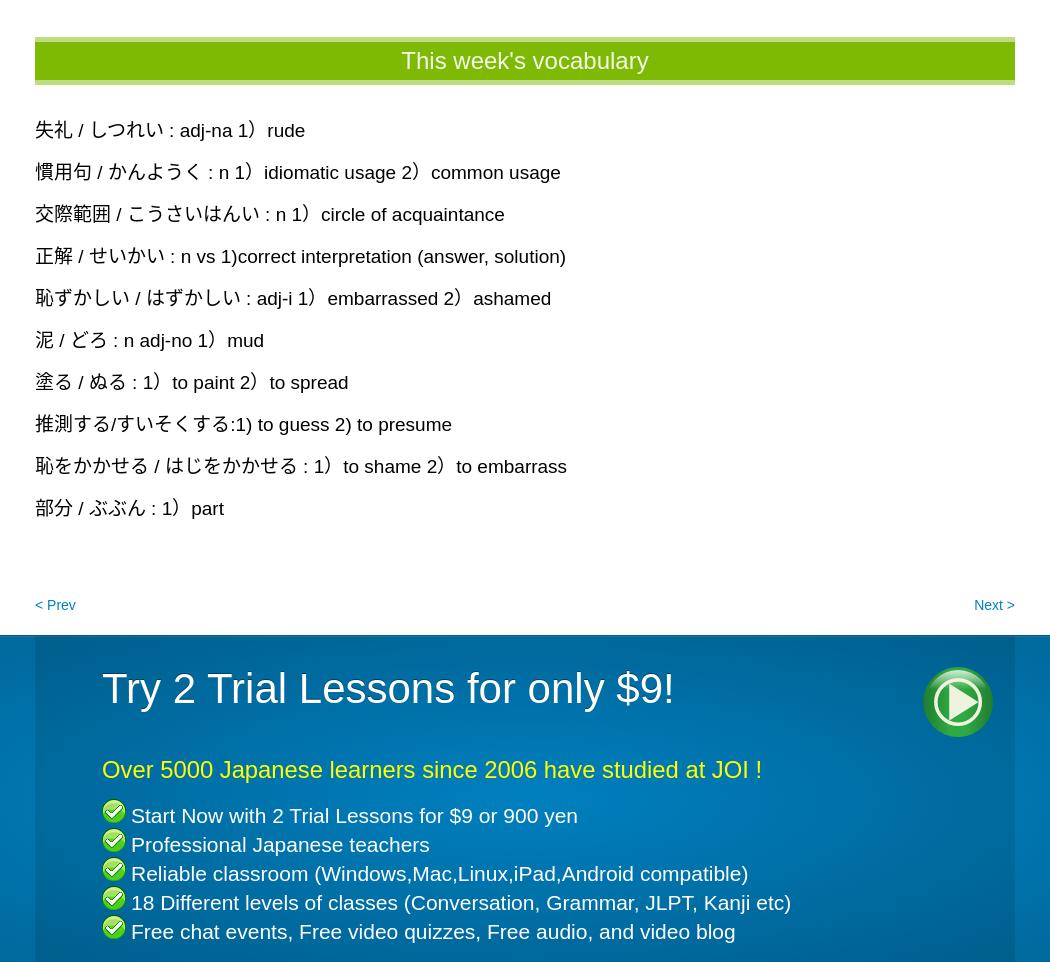 The width and height of the screenshot is (1050, 962). I want to click on '慣用句 / かんようく : n 1）idiomatic usage 2）common usage', so click(296, 171).